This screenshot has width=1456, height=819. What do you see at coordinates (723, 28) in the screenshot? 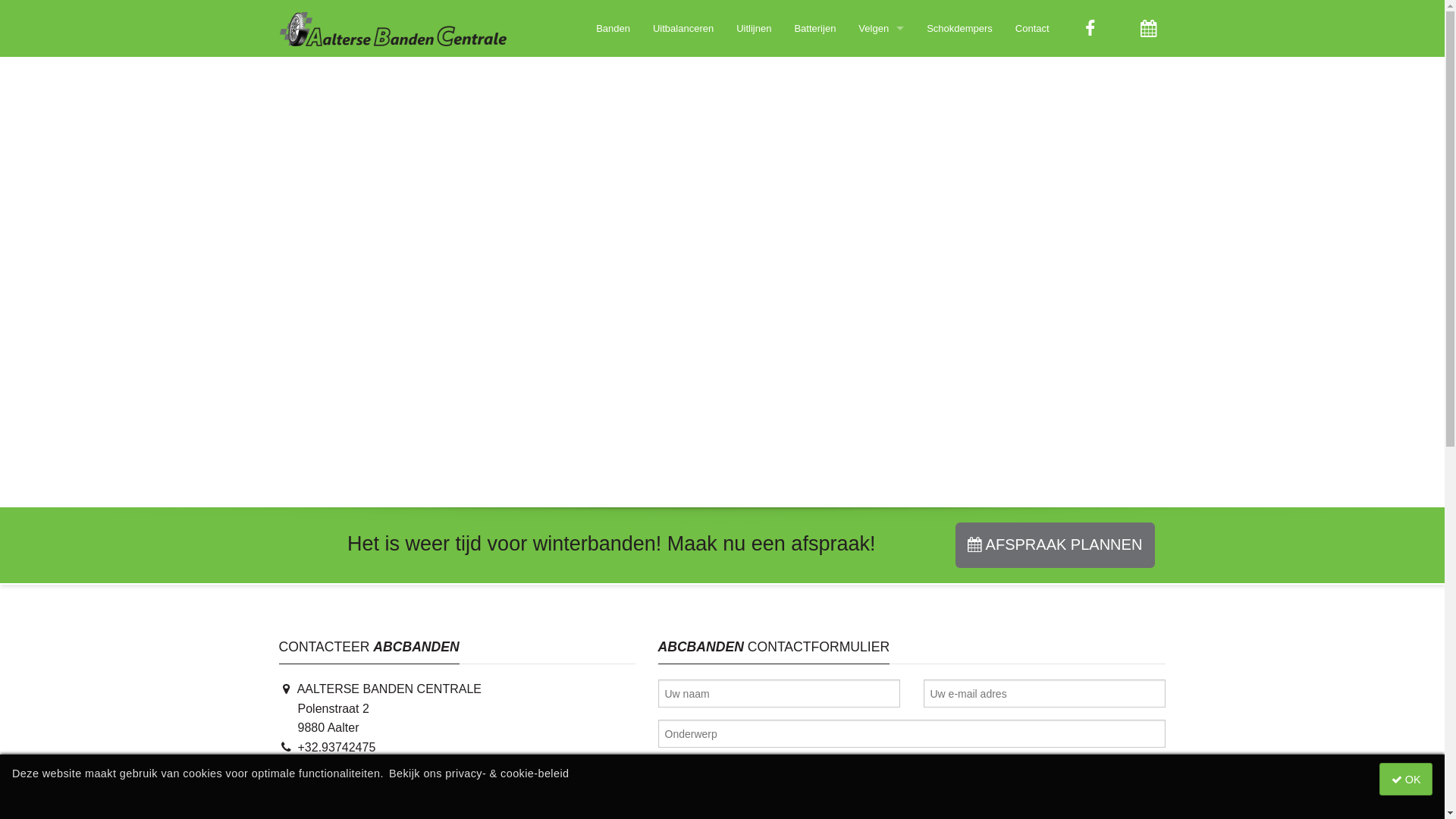
I see `'Uitlijnen'` at bounding box center [723, 28].